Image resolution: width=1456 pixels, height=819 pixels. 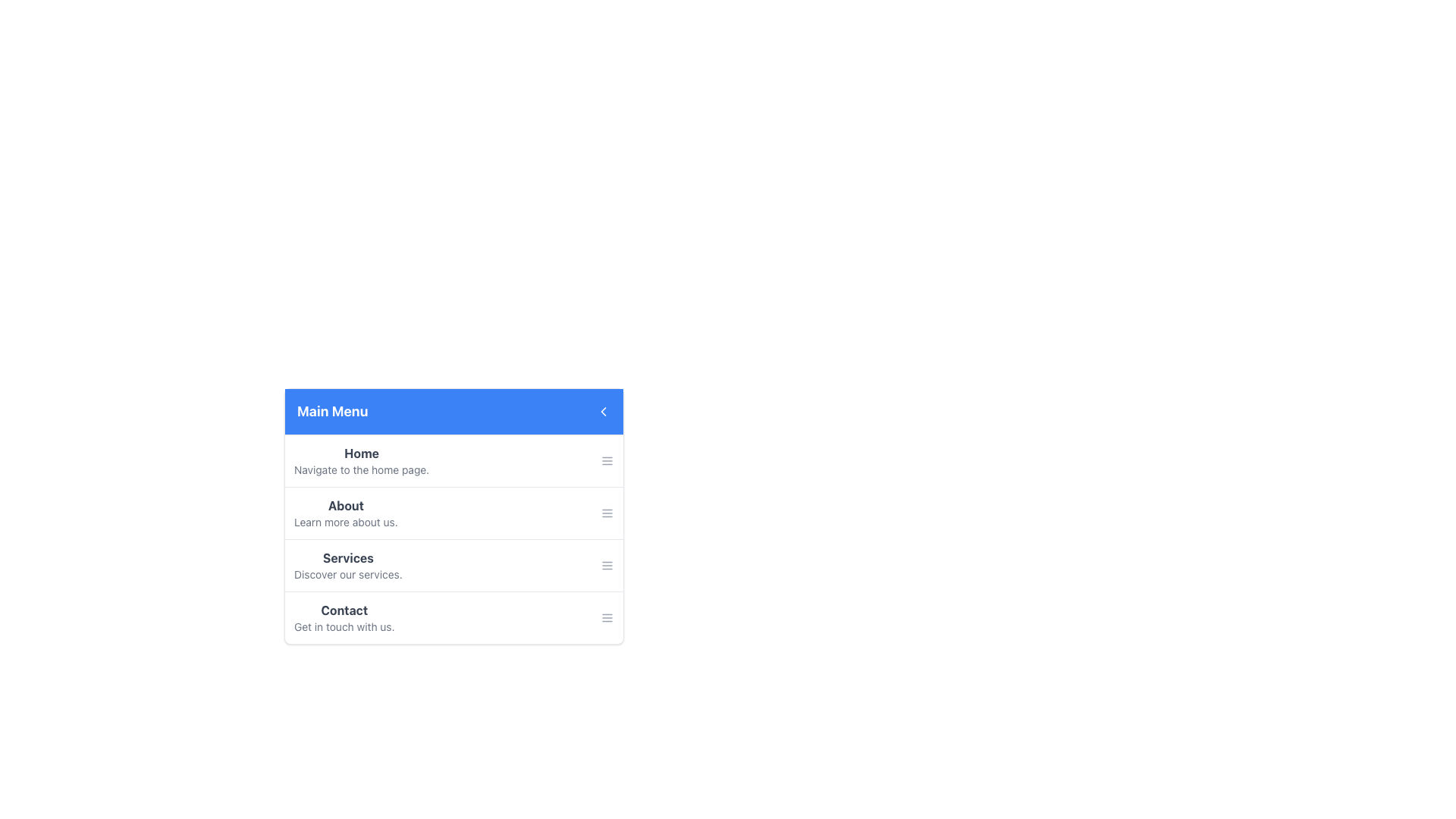 What do you see at coordinates (345, 513) in the screenshot?
I see `information displayed in the 'About' text label, which consists of a bold title and a descriptive text in a modern sans-serif font` at bounding box center [345, 513].